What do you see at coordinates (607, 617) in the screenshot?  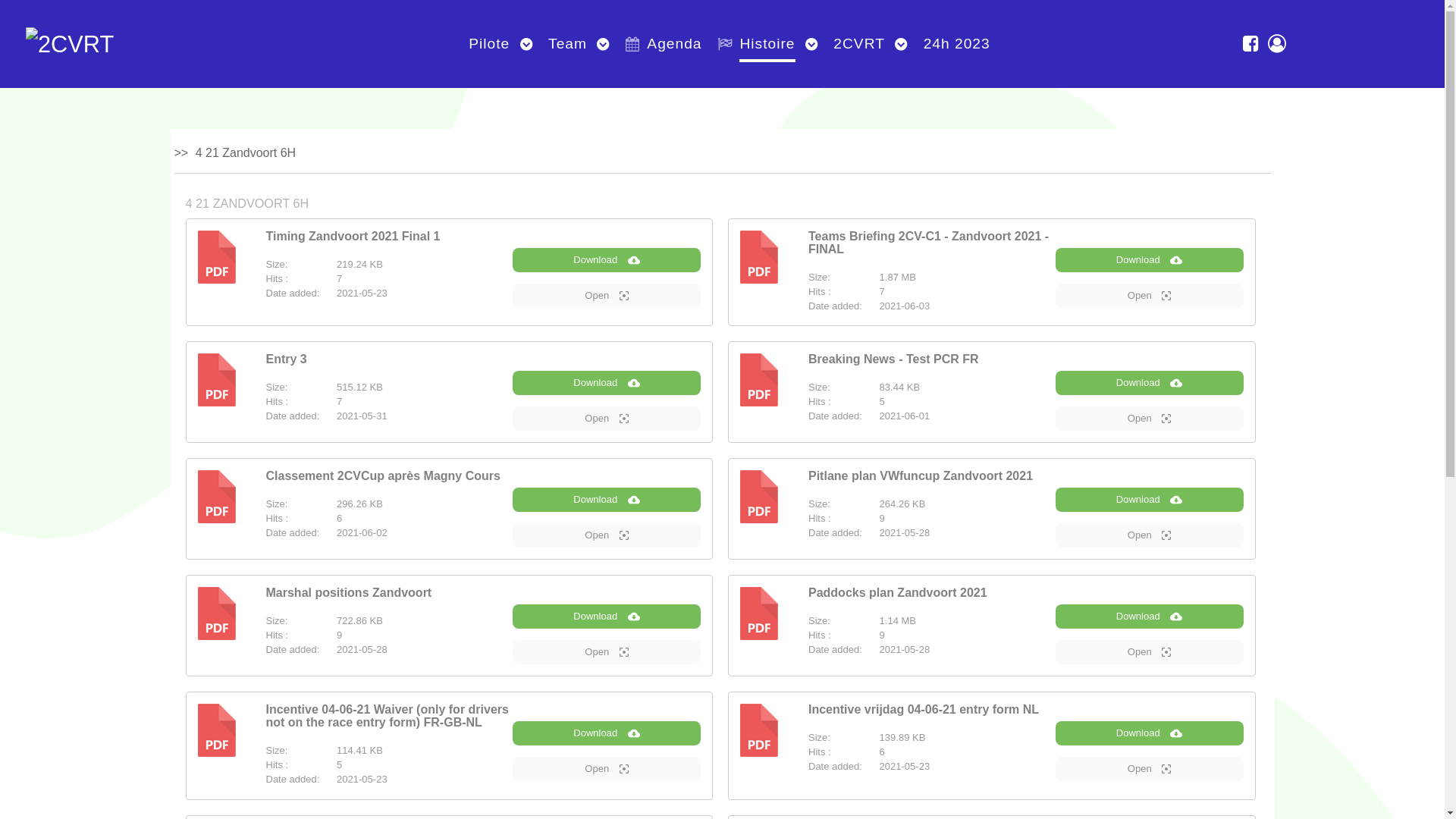 I see `'Download'` at bounding box center [607, 617].